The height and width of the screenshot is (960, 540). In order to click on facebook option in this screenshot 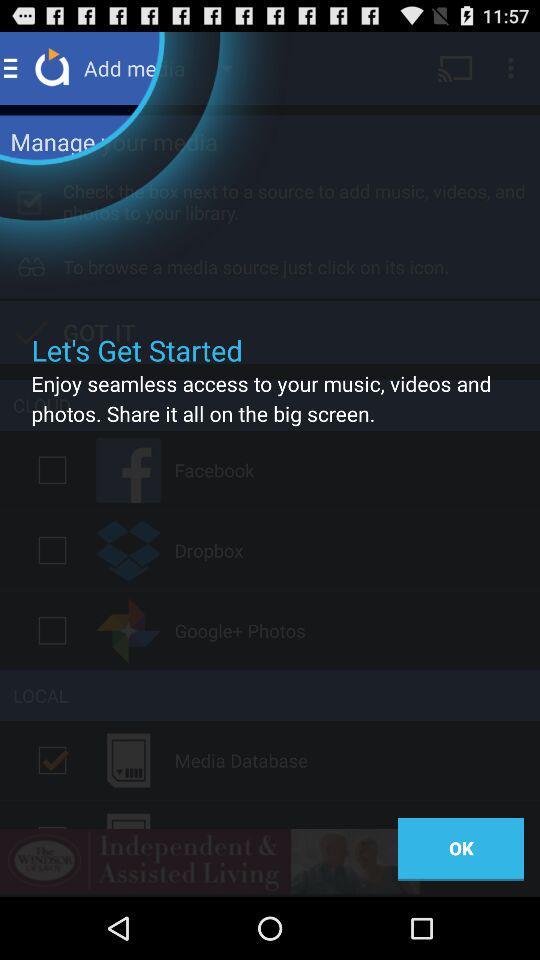, I will do `click(52, 470)`.